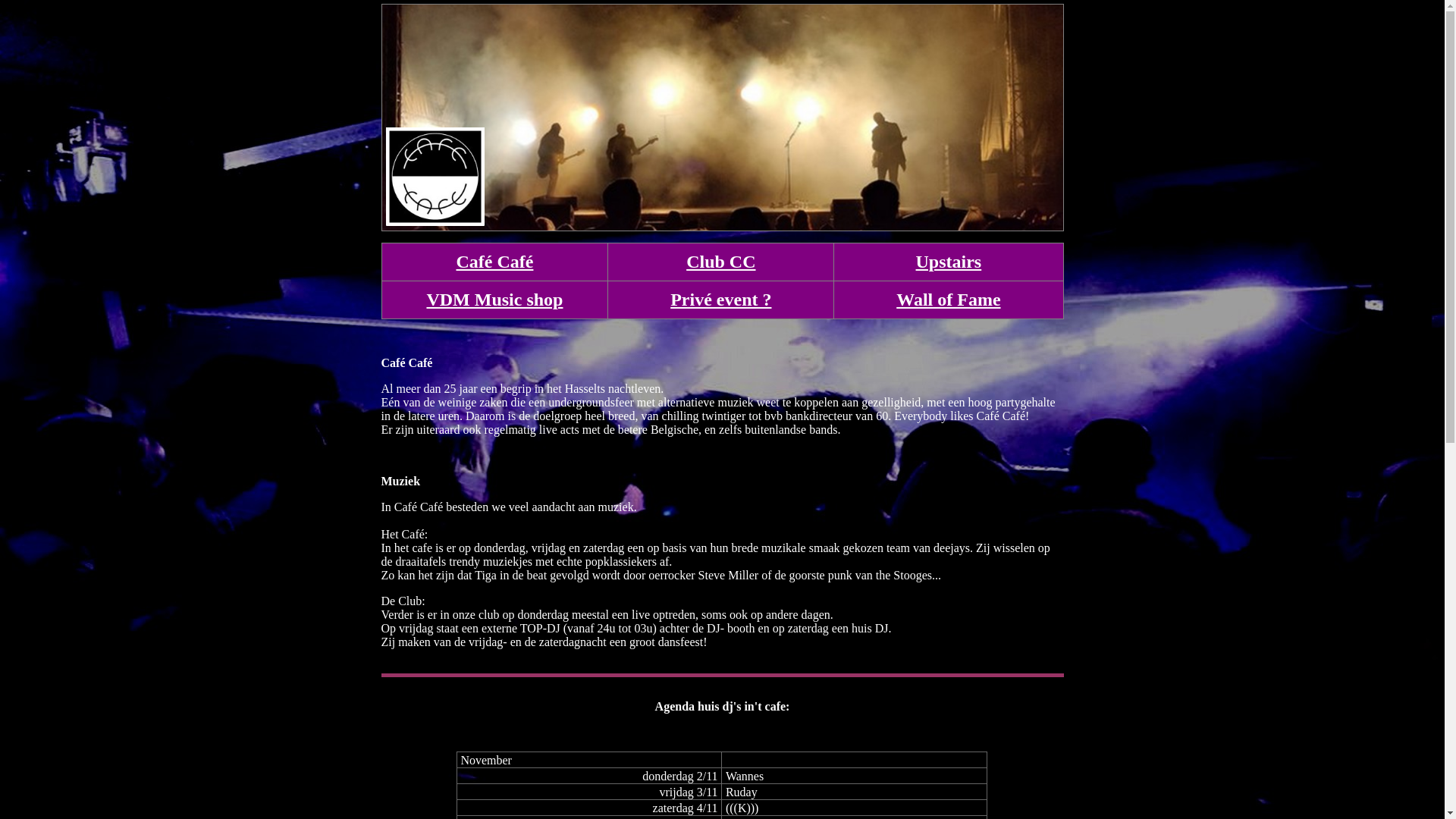  I want to click on 'Club CC', so click(720, 260).